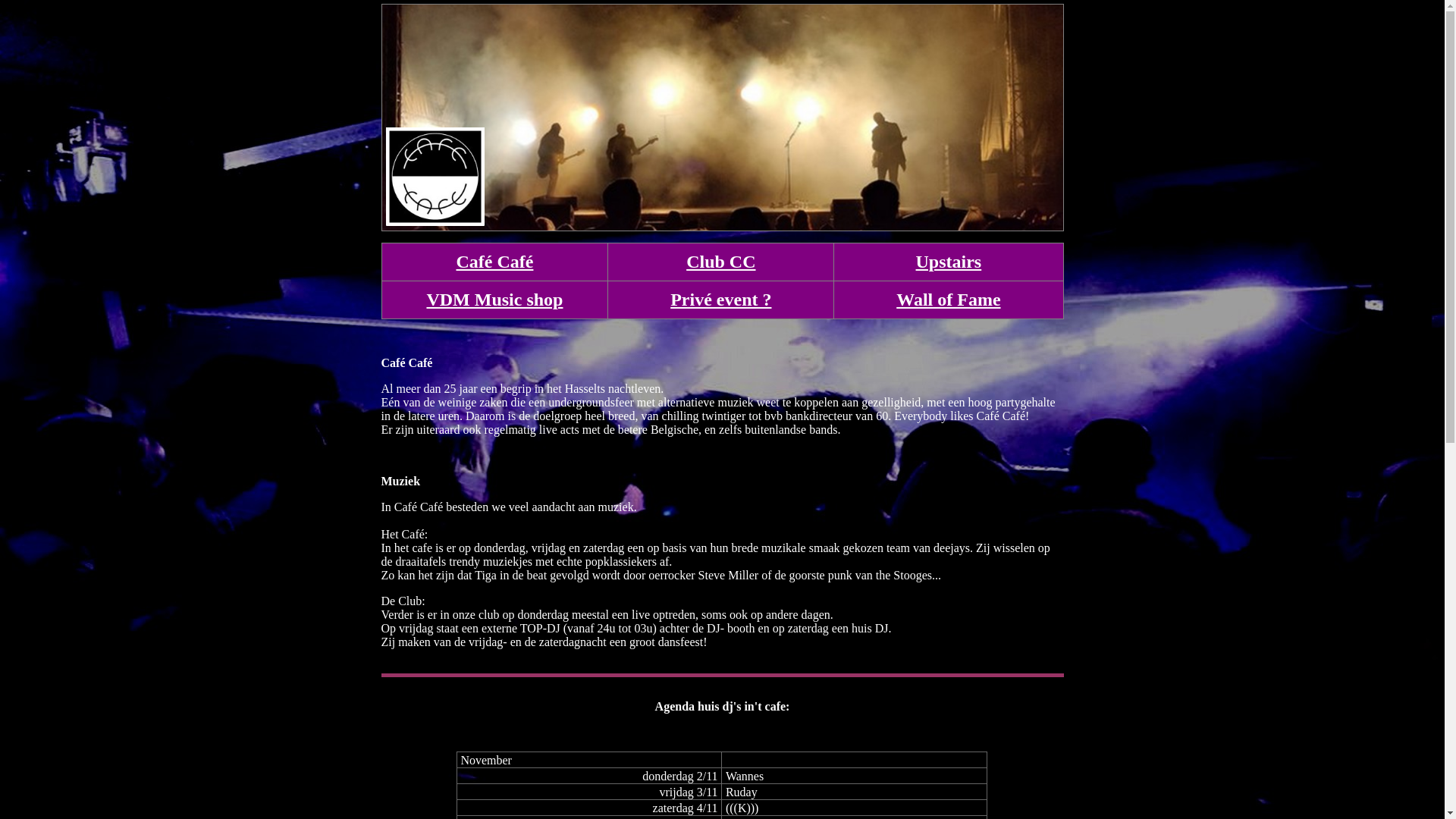  I want to click on 'Club CC', so click(720, 260).